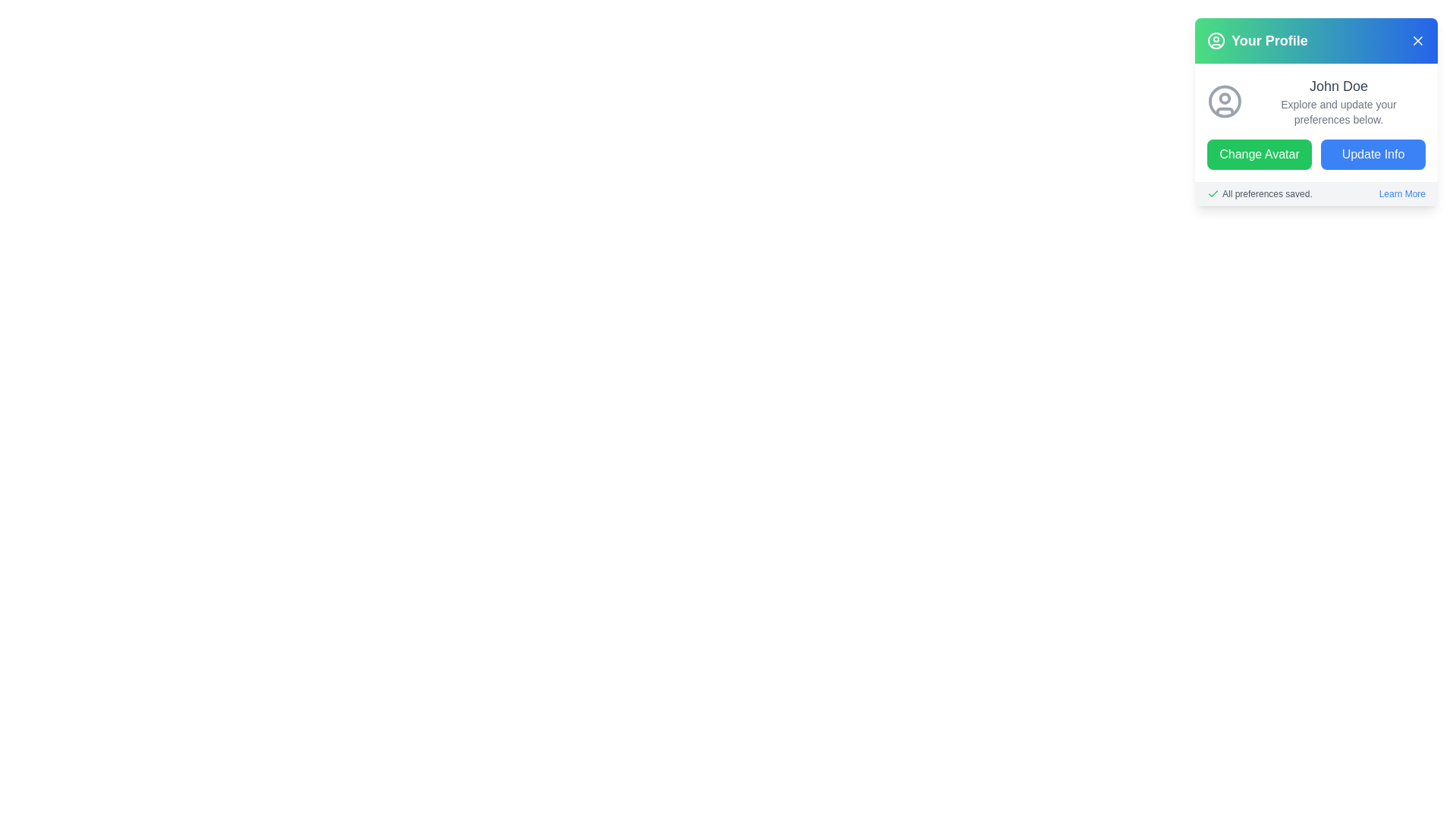 The image size is (1456, 819). What do you see at coordinates (1401, 193) in the screenshot?
I see `the text link located to the right of the 'All preferences saved.' message` at bounding box center [1401, 193].